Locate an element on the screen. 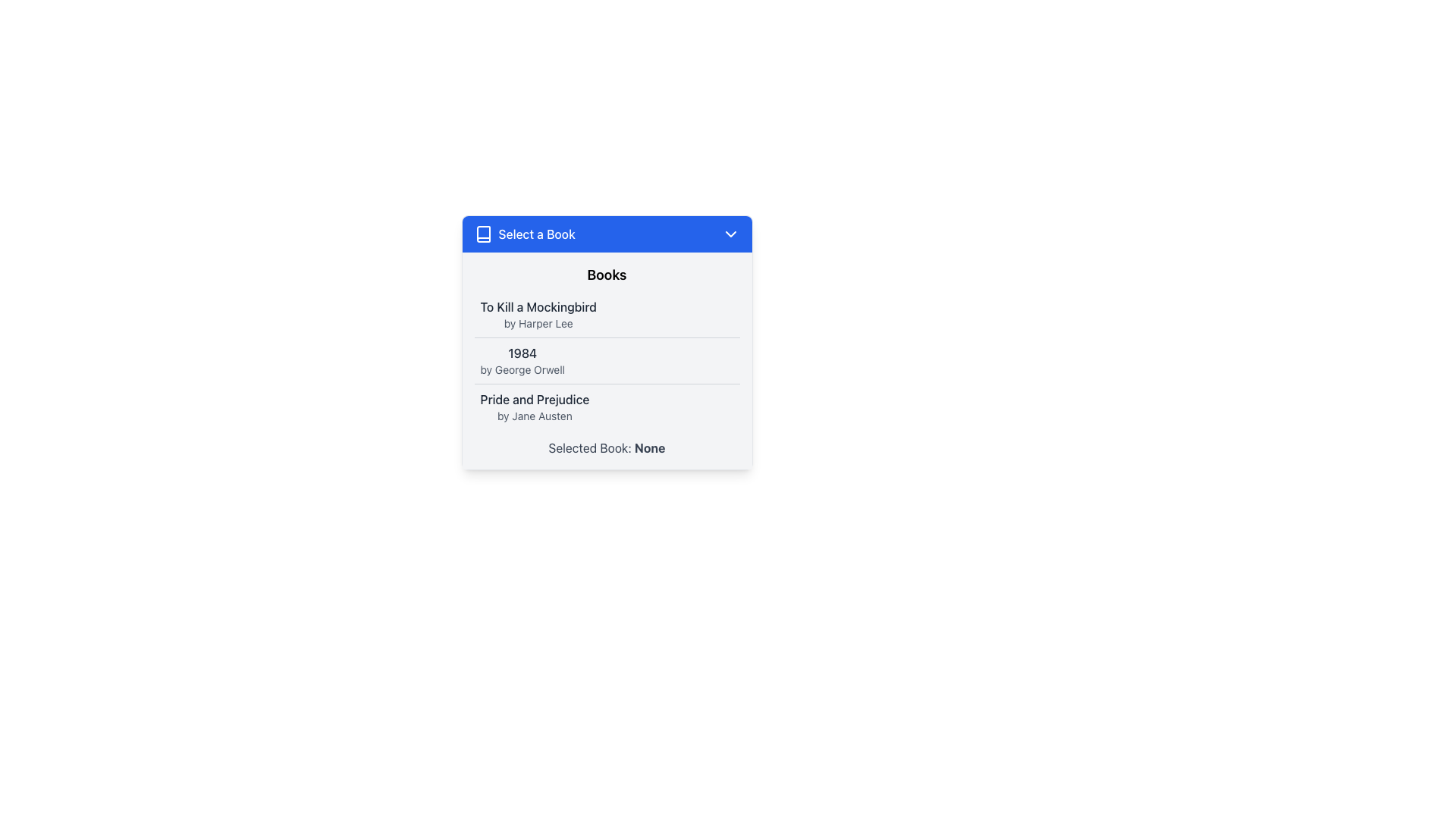 The image size is (1456, 819). the list item displaying the title '1984' by George Orwell in the dropdown menu 'Select a Book' is located at coordinates (522, 360).